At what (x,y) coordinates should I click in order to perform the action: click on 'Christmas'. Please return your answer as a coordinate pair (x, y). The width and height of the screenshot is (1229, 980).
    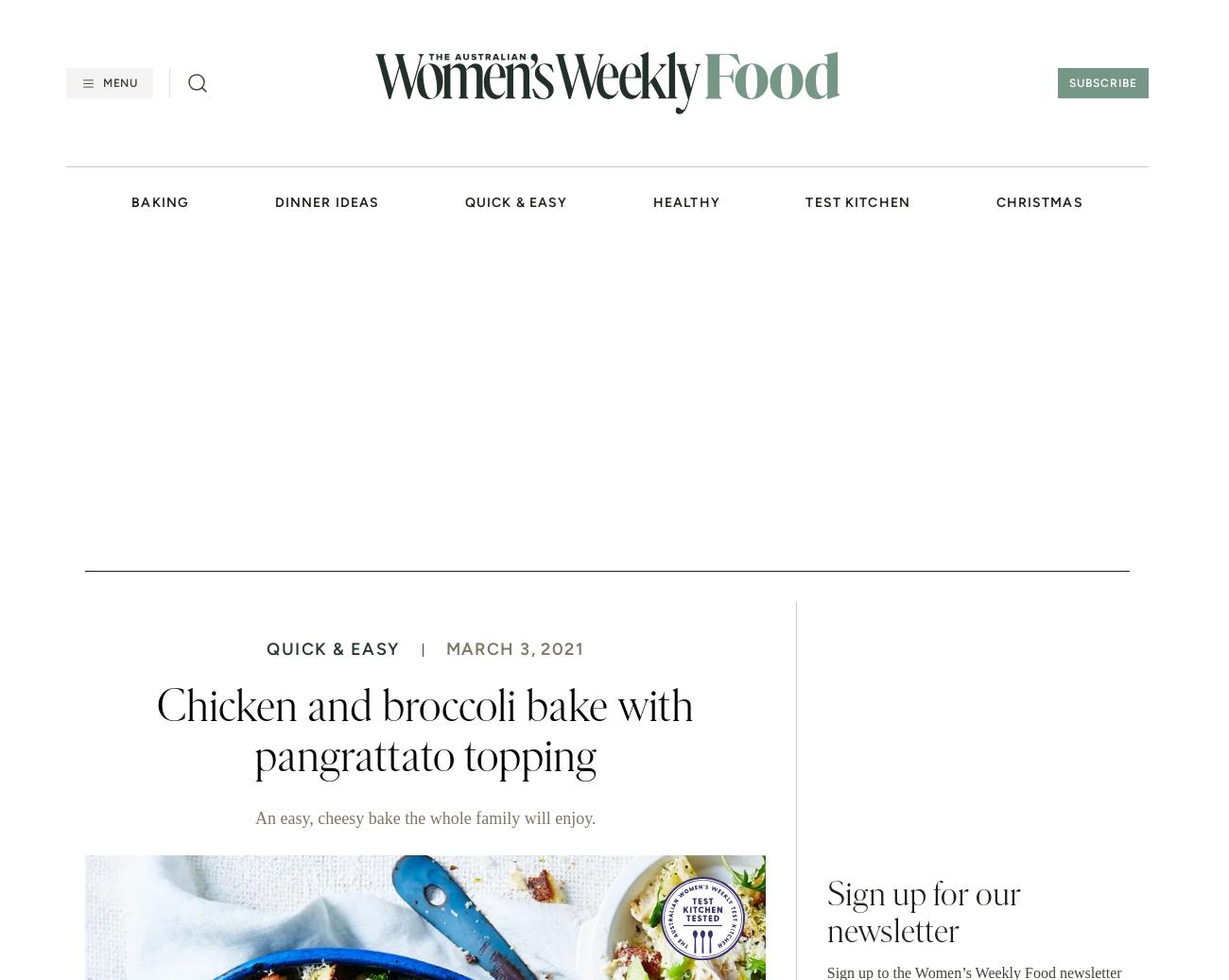
    Looking at the image, I should click on (1038, 201).